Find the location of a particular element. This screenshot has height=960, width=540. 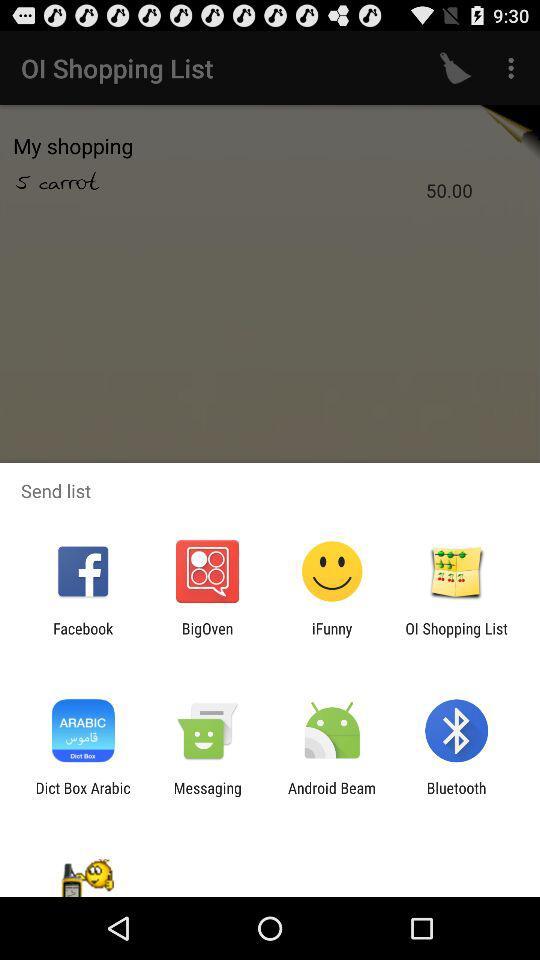

app next to facebook is located at coordinates (206, 636).